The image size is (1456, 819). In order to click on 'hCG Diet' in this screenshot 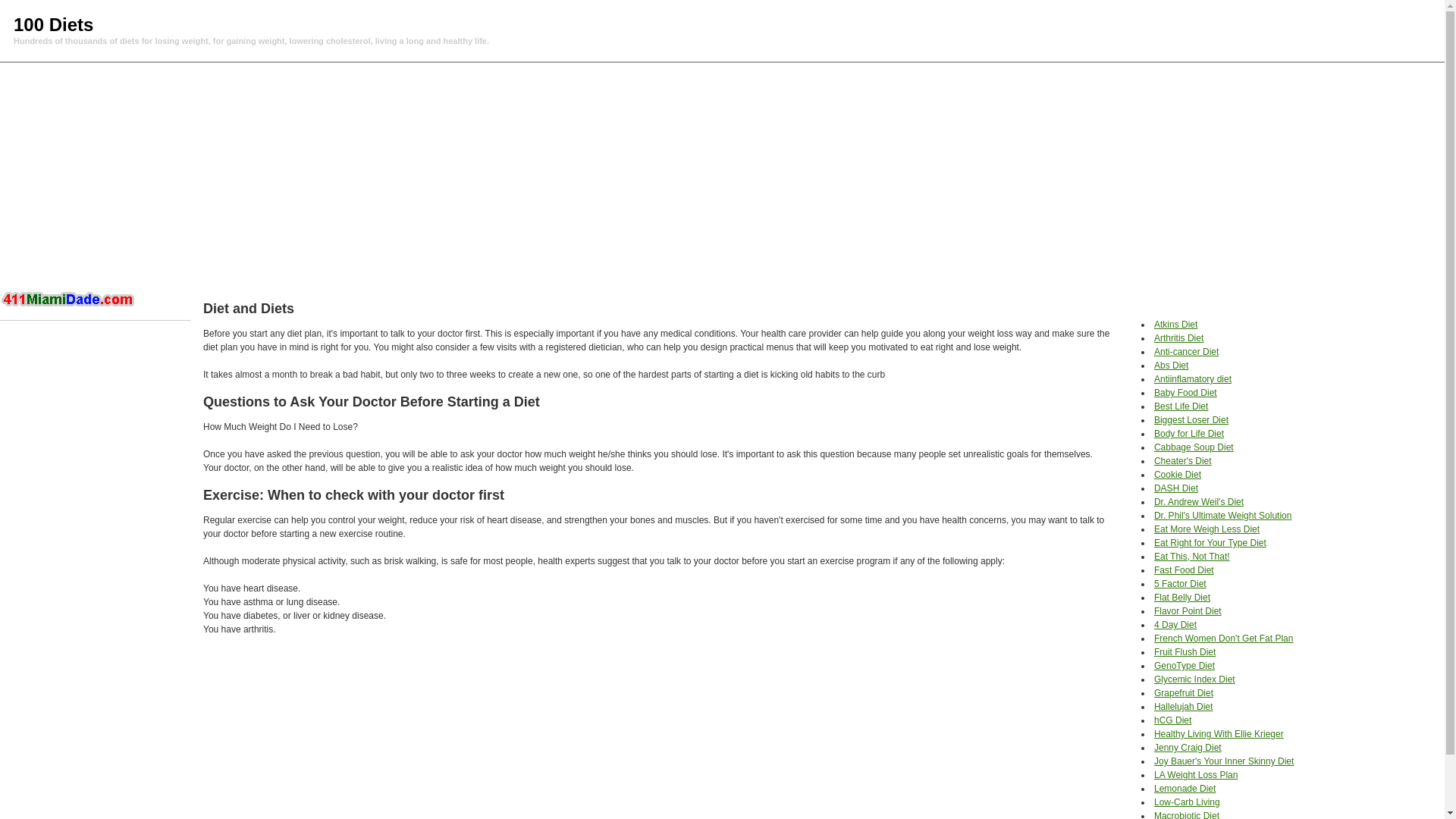, I will do `click(1172, 719)`.